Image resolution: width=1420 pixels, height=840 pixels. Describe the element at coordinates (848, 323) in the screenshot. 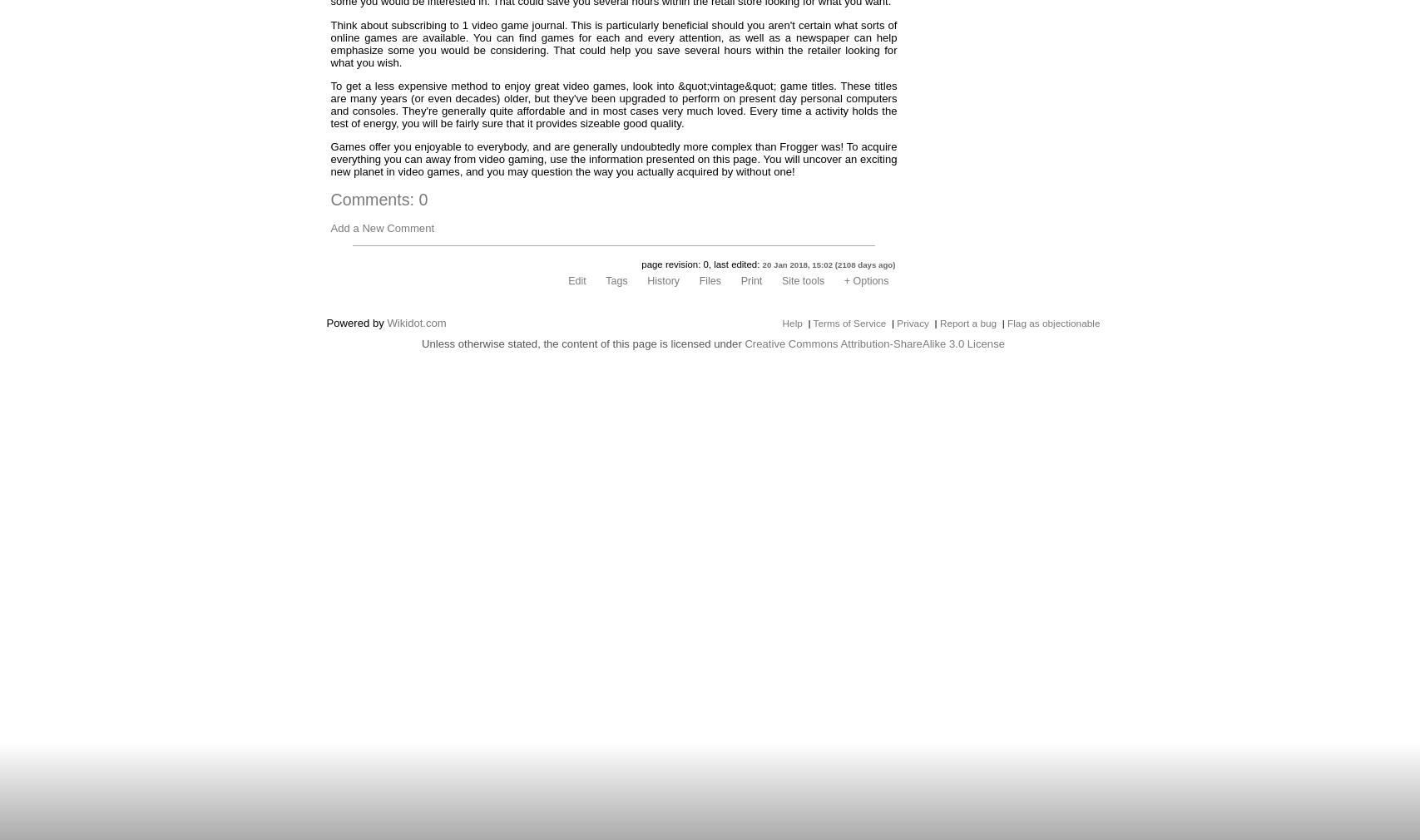

I see `'Terms of Service'` at that location.